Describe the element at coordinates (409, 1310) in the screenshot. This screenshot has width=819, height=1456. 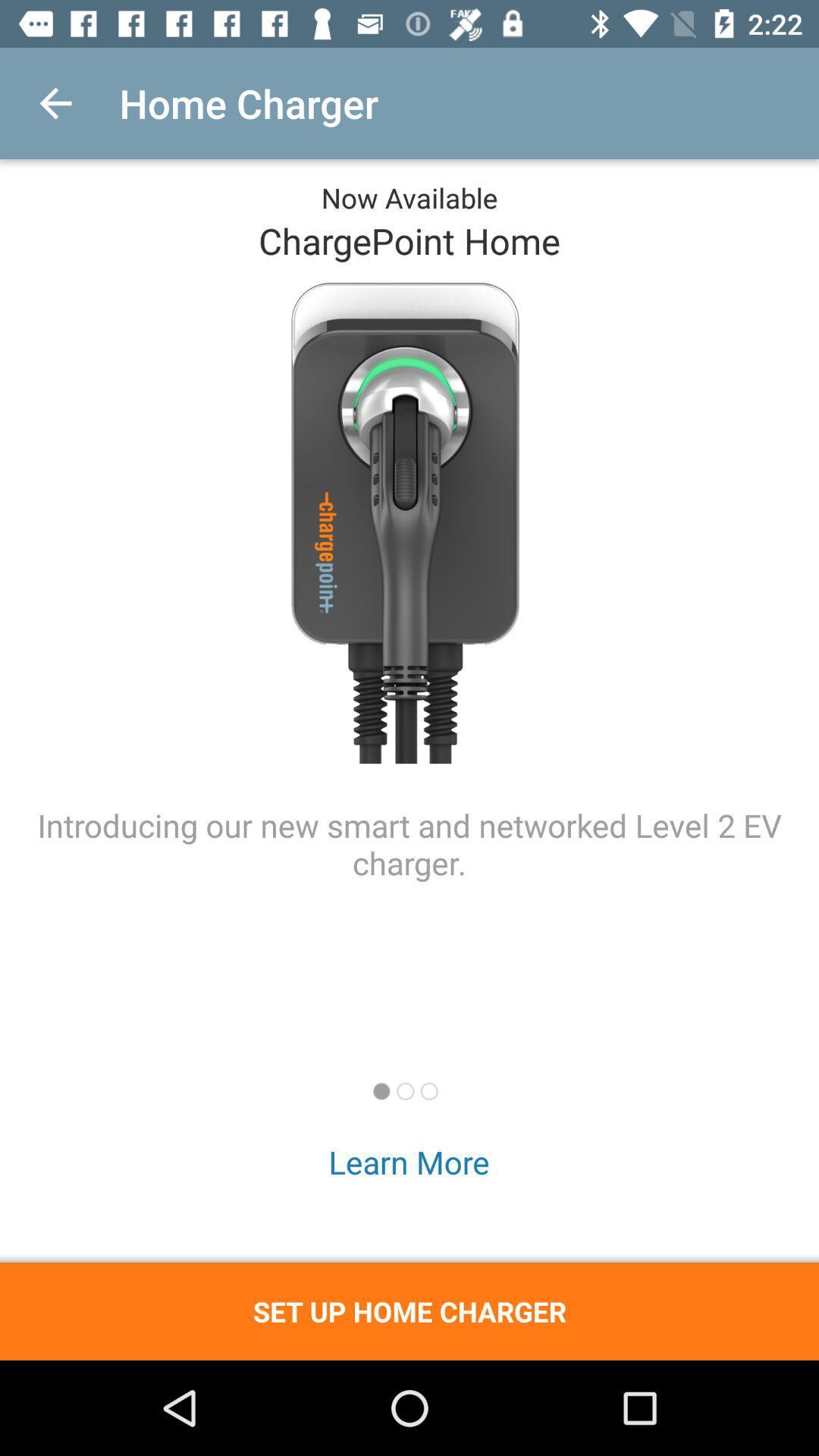
I see `set up home` at that location.